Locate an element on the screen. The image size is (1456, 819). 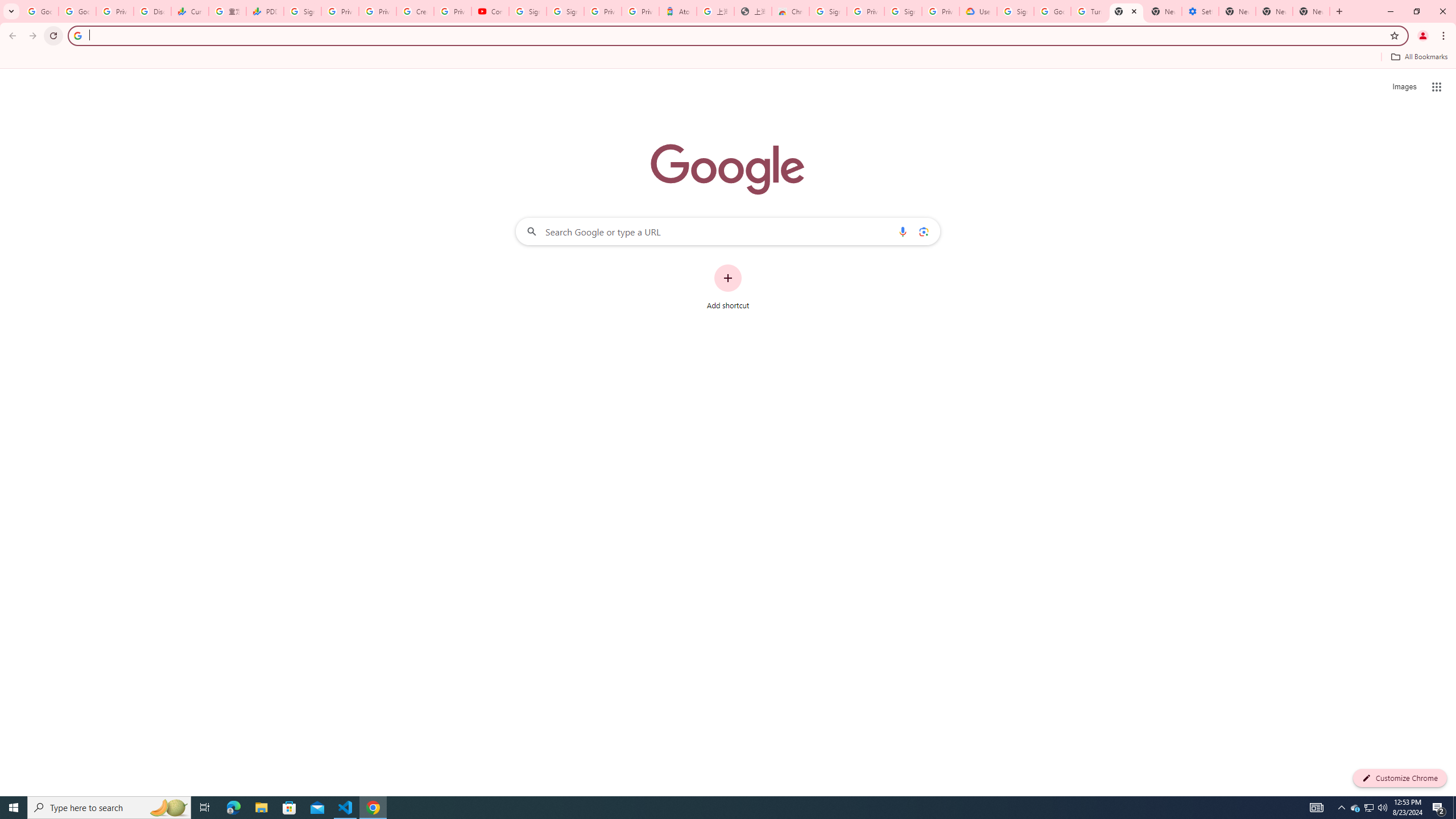
'Atour Hotel - Google hotels' is located at coordinates (677, 11).